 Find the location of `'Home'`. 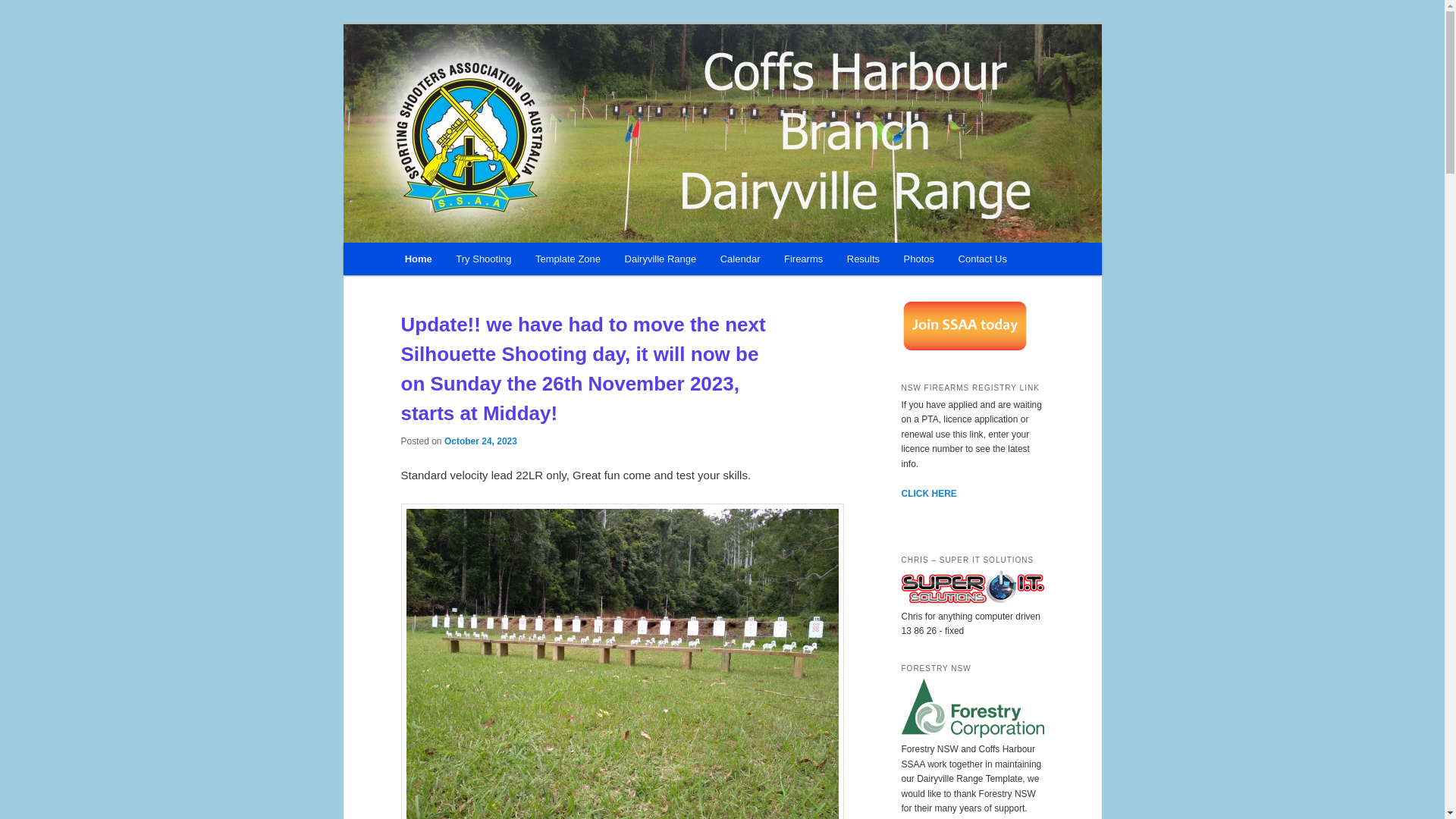

'Home' is located at coordinates (393, 258).